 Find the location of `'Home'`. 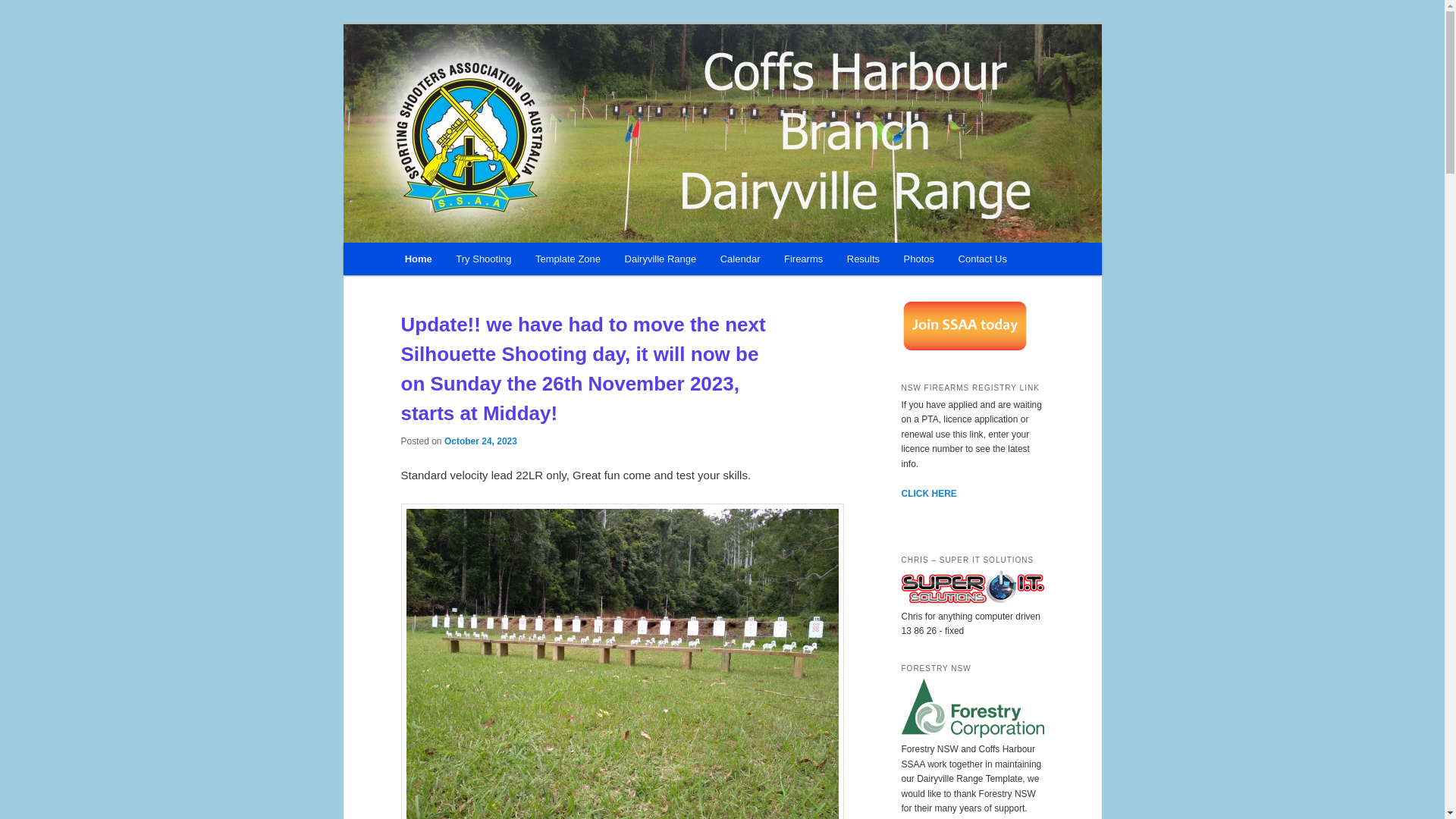

'Home' is located at coordinates (393, 258).